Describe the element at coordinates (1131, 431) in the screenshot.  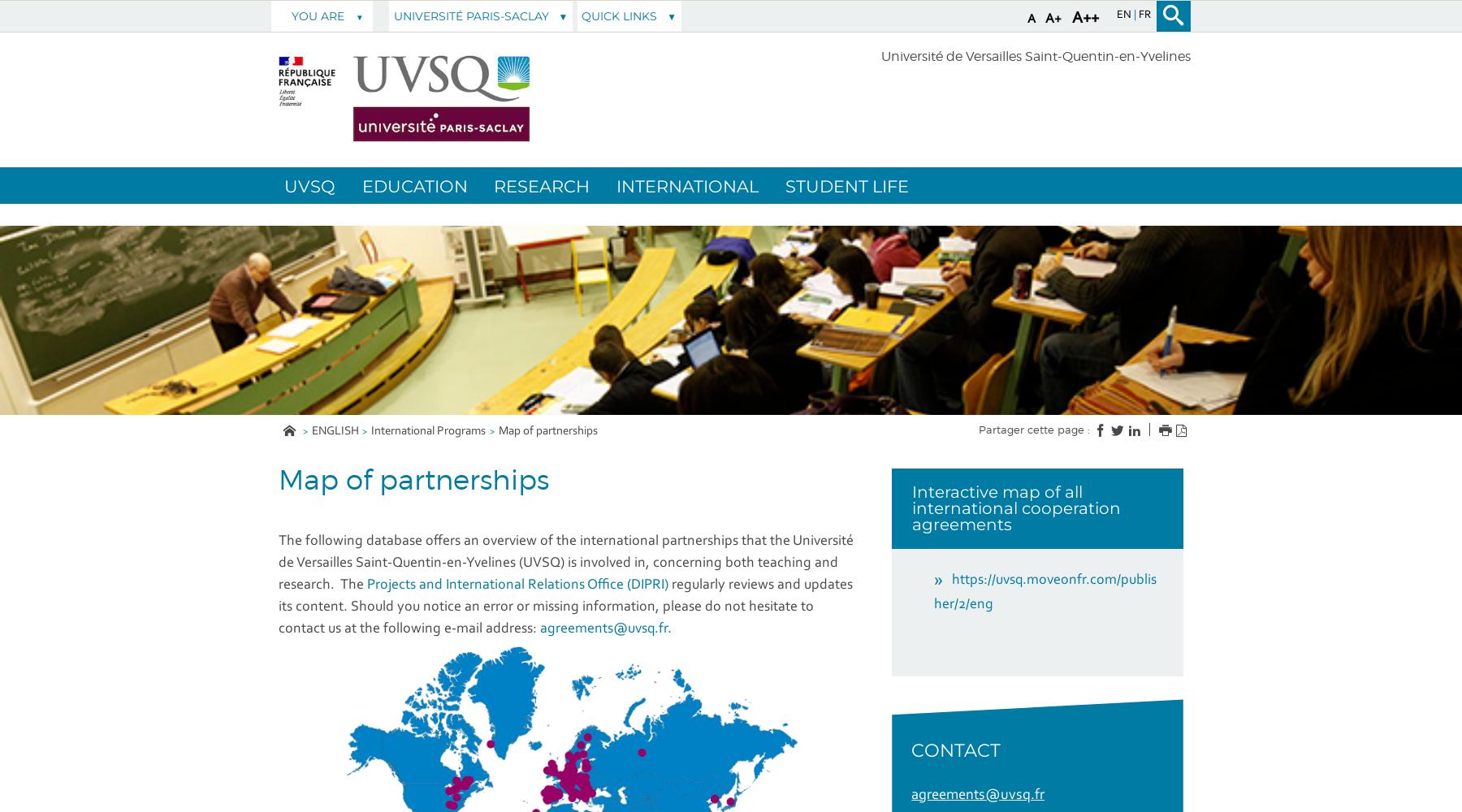
I see `'Facebook'` at that location.